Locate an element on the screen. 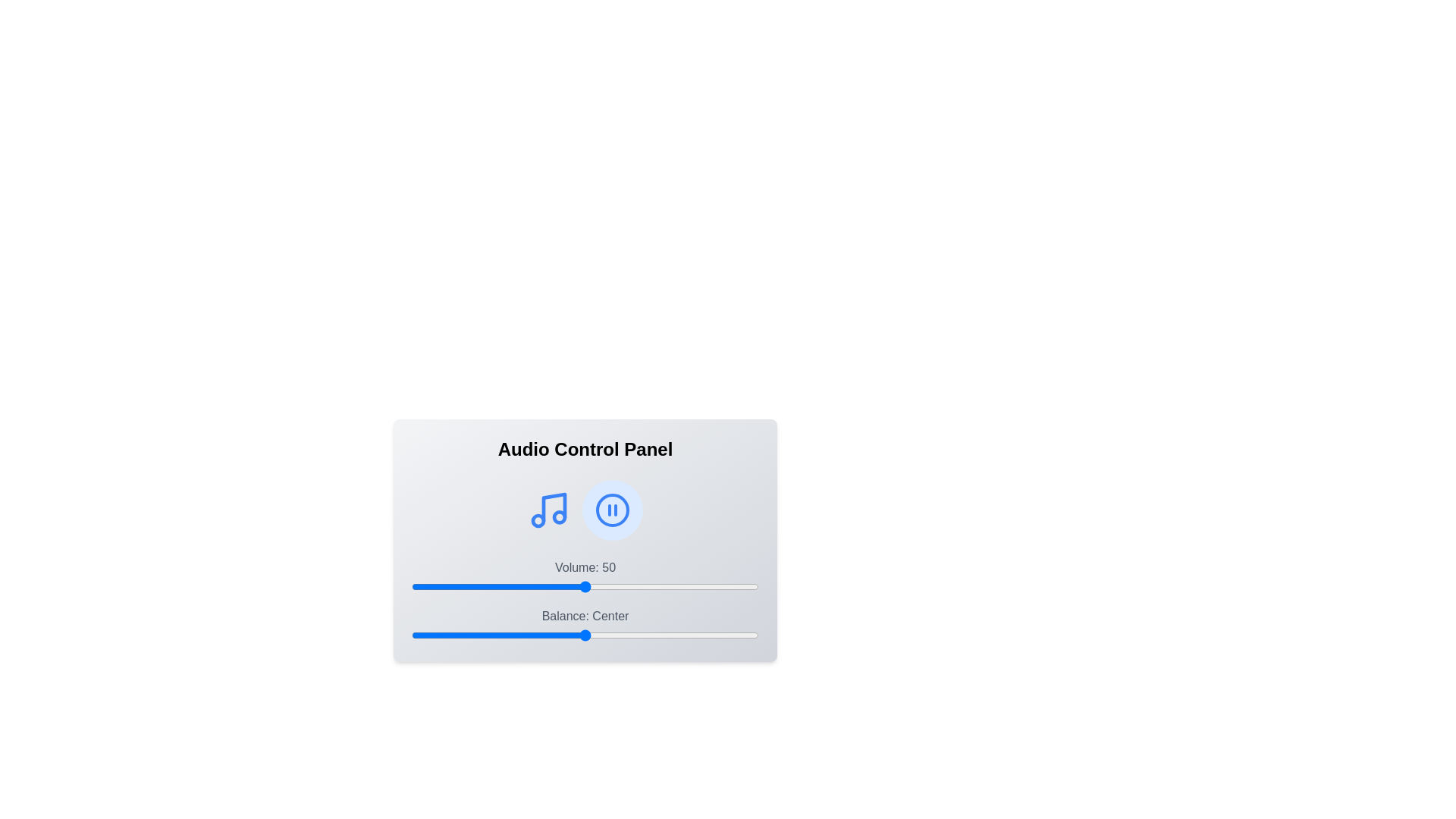 This screenshot has width=1456, height=819. the slider value is located at coordinates (560, 586).